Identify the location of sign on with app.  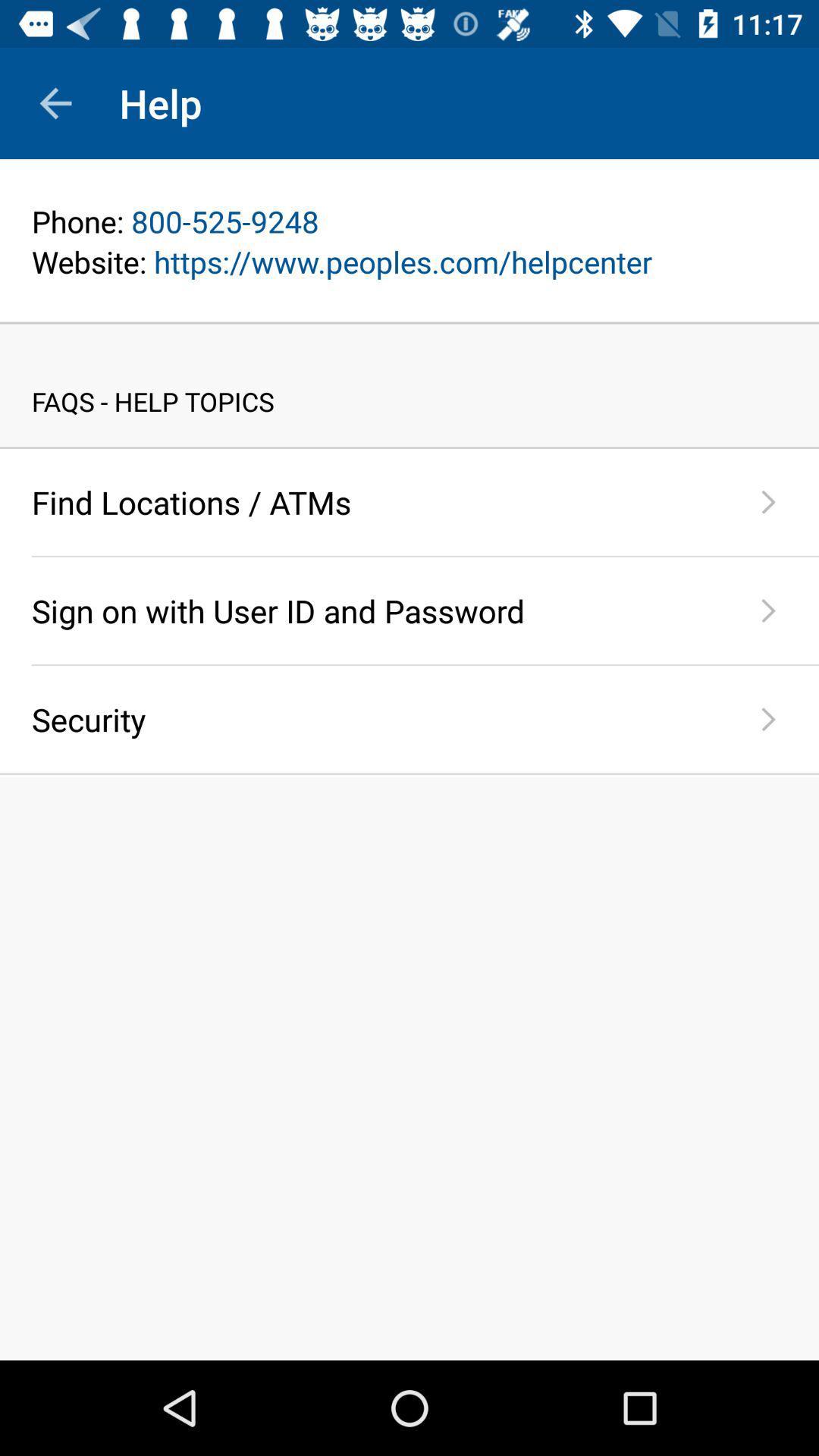
(375, 610).